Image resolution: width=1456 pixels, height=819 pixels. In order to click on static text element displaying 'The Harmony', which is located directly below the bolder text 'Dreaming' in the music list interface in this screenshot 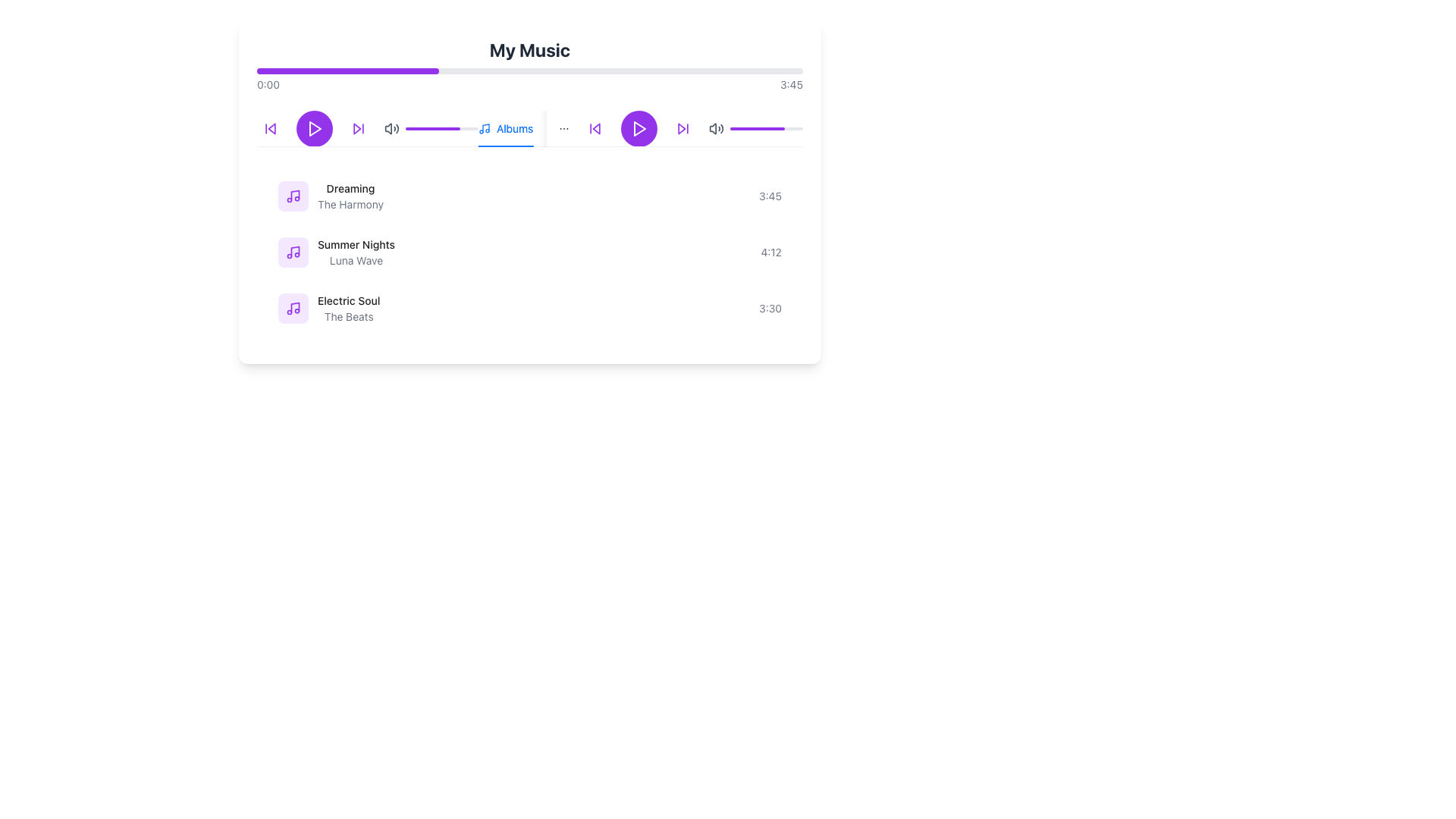, I will do `click(350, 205)`.